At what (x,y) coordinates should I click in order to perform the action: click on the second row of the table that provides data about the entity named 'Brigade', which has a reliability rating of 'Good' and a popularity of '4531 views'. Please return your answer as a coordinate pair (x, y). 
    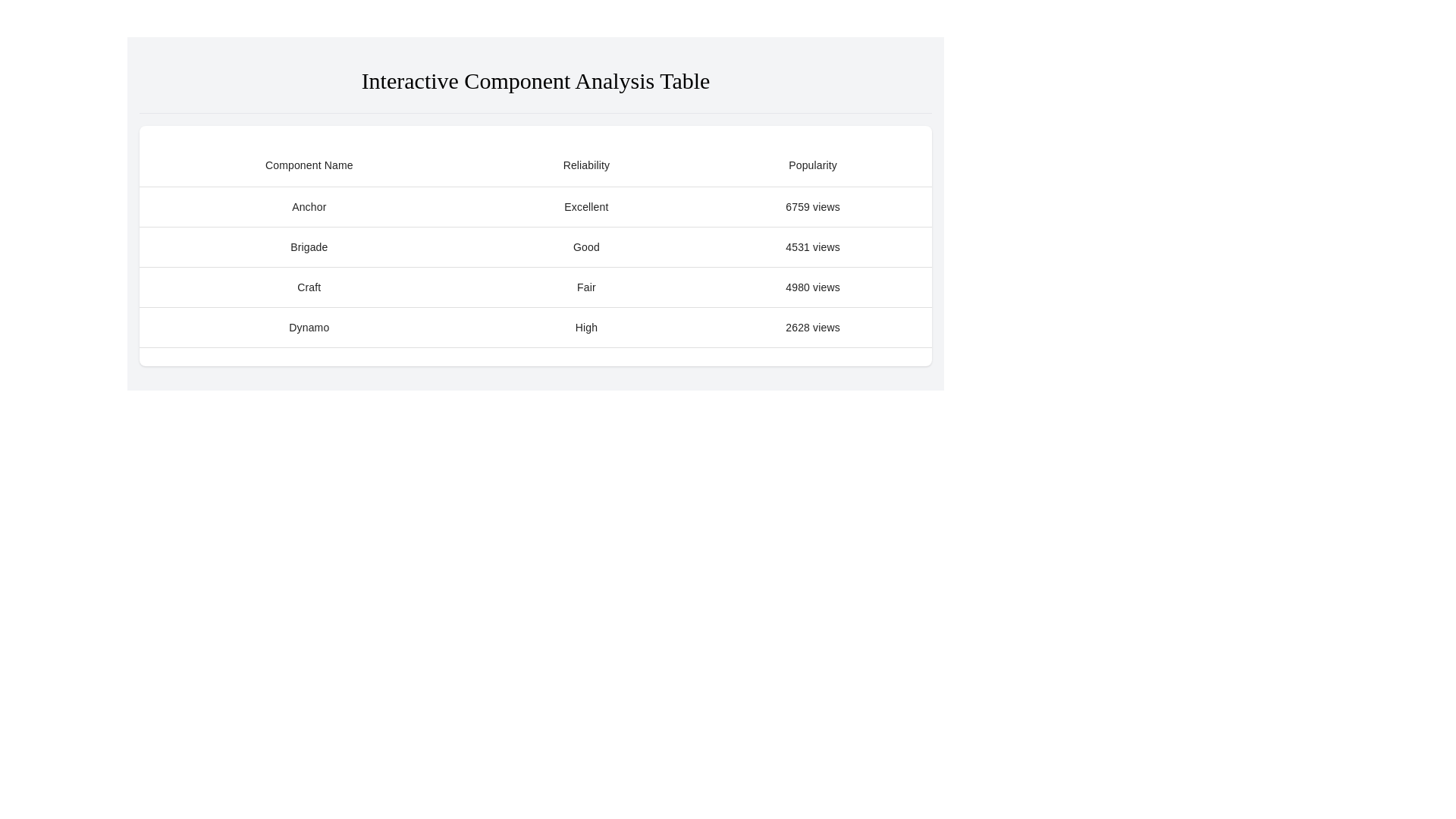
    Looking at the image, I should click on (535, 246).